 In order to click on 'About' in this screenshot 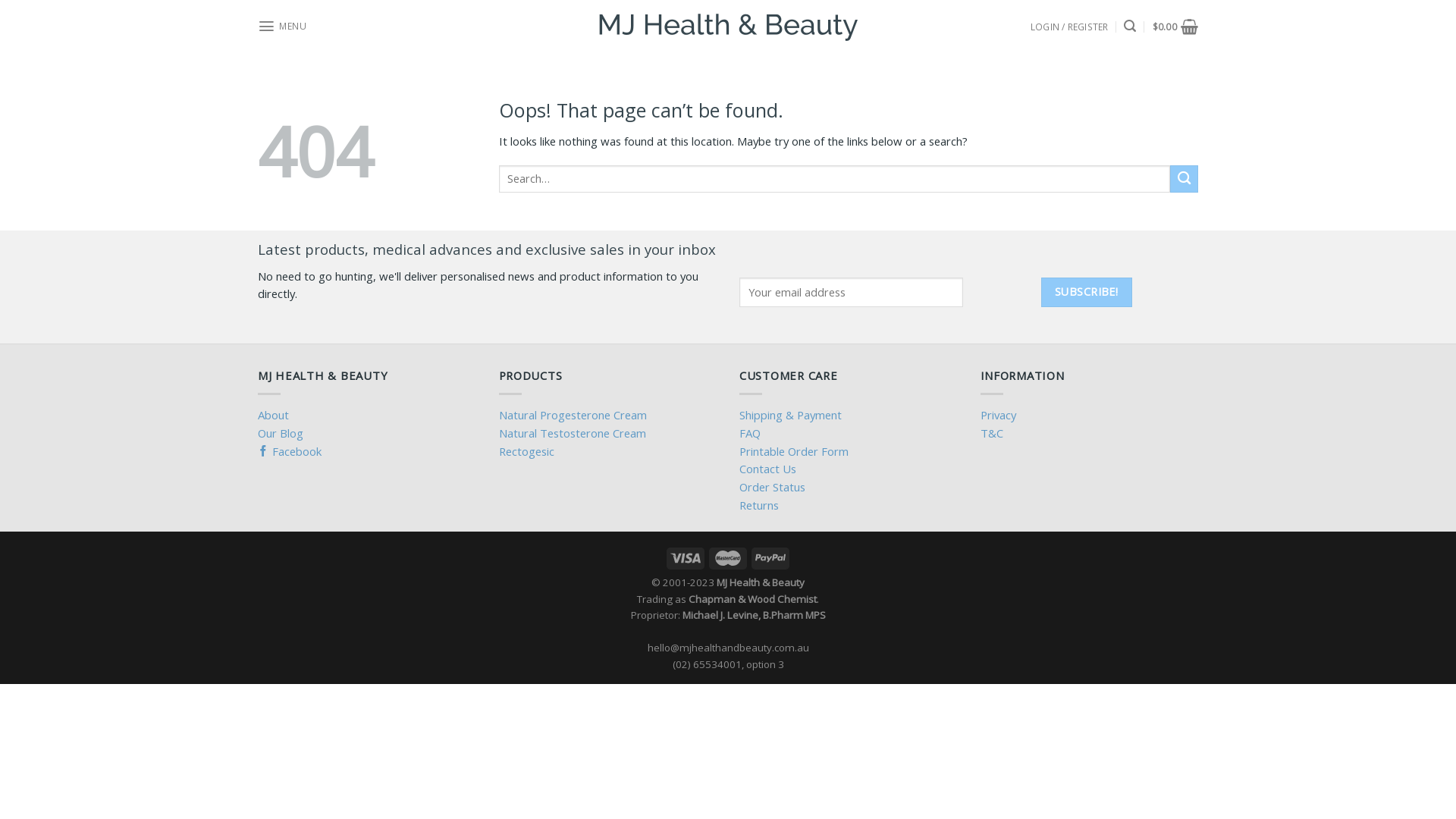, I will do `click(273, 415)`.